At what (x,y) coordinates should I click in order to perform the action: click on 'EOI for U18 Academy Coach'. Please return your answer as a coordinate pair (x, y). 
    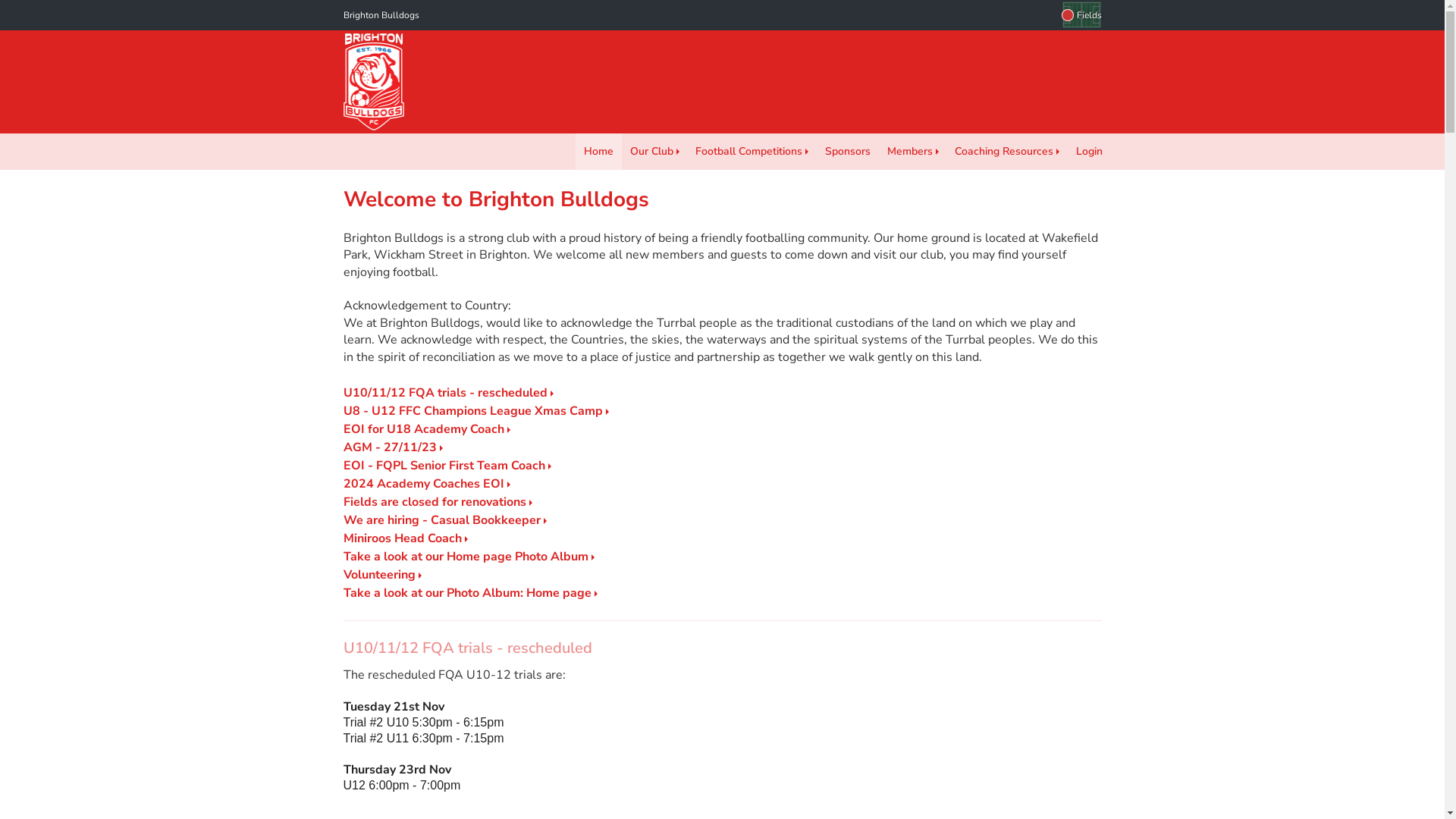
    Looking at the image, I should click on (425, 429).